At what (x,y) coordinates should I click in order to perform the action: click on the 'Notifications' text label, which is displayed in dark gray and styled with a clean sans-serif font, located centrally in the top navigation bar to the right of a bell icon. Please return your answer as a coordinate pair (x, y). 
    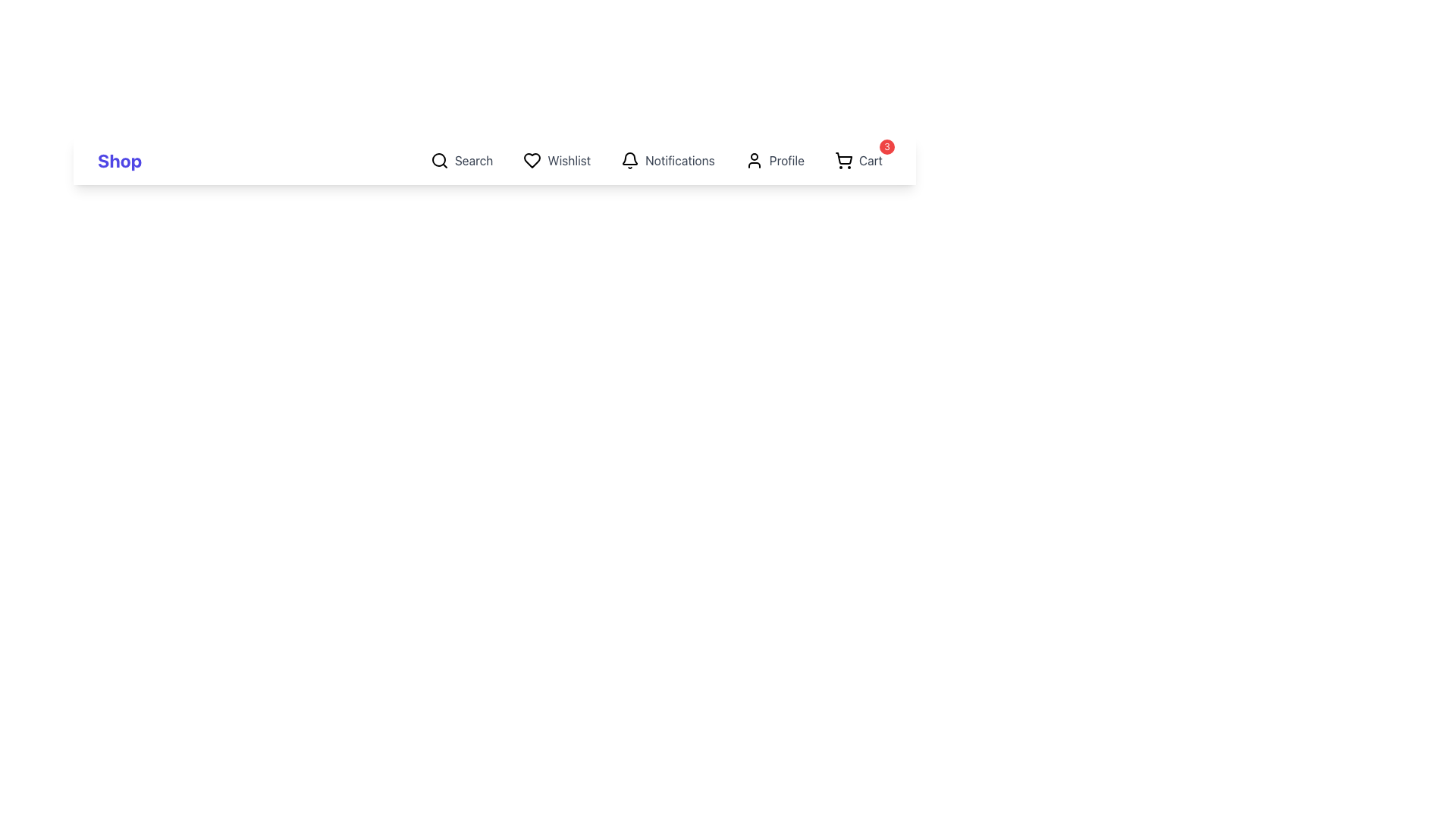
    Looking at the image, I should click on (679, 161).